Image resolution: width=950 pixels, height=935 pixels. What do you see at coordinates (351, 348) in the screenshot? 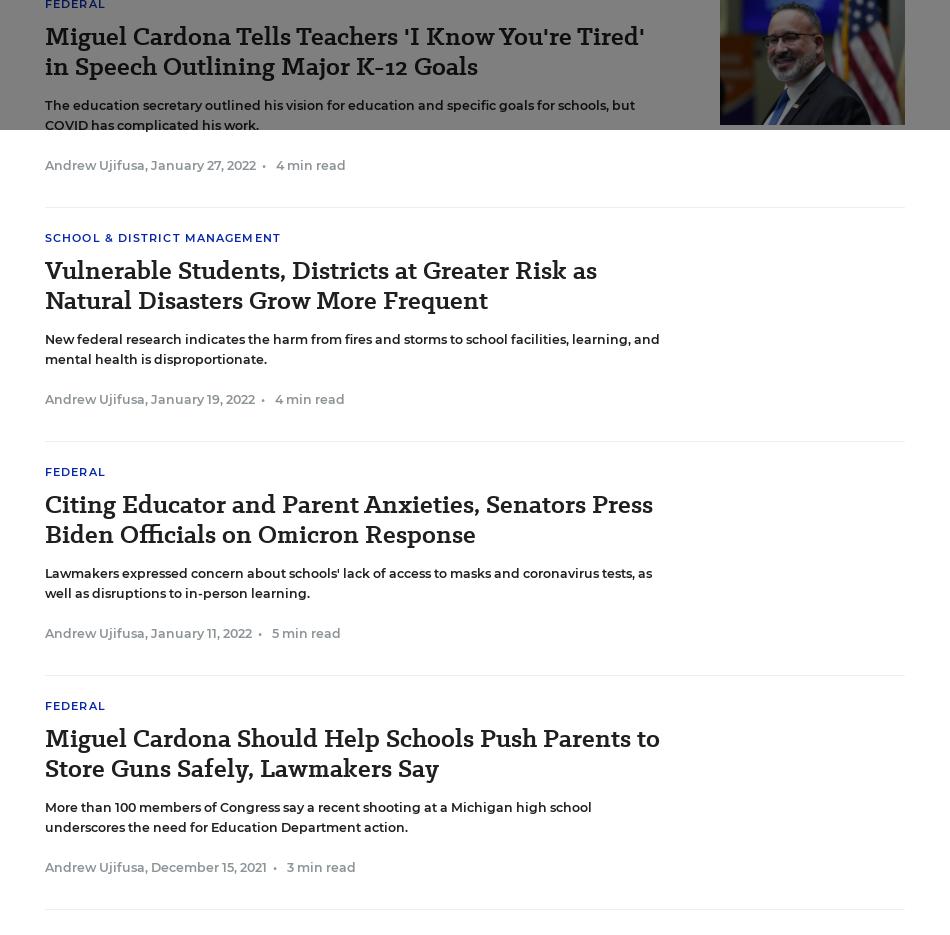
I see `'New federal research indicates the harm from fires and storms to school facilities, learning, and mental health is disproportionate.'` at bounding box center [351, 348].